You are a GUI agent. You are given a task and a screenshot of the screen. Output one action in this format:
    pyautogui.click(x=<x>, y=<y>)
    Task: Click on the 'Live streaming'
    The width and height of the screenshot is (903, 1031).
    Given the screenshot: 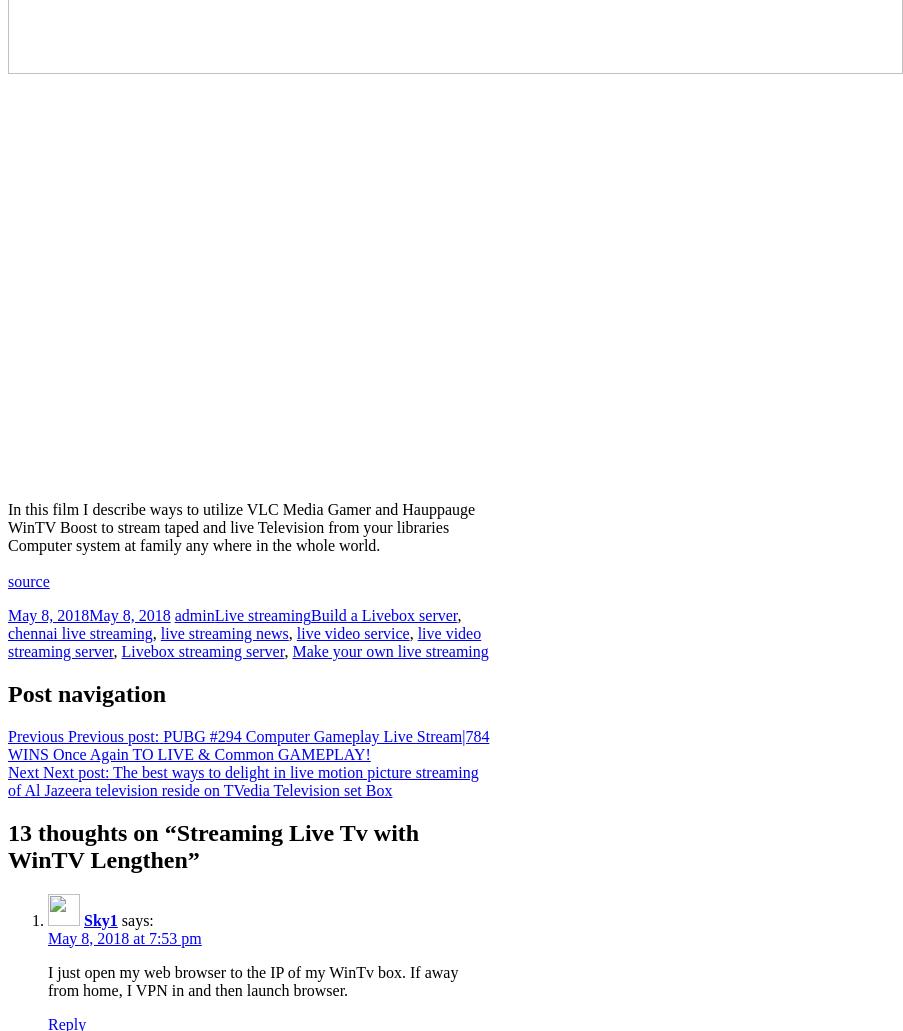 What is the action you would take?
    pyautogui.click(x=261, y=613)
    